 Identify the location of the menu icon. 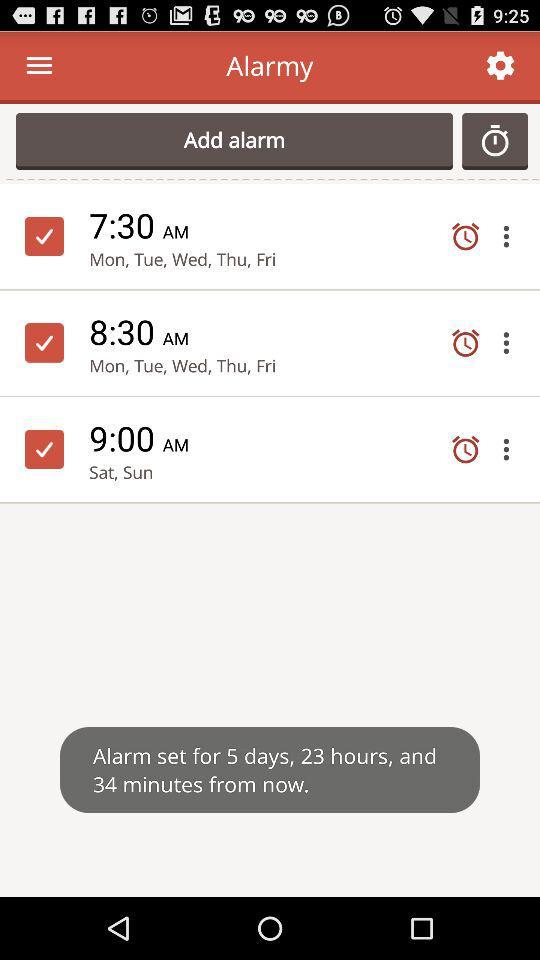
(39, 70).